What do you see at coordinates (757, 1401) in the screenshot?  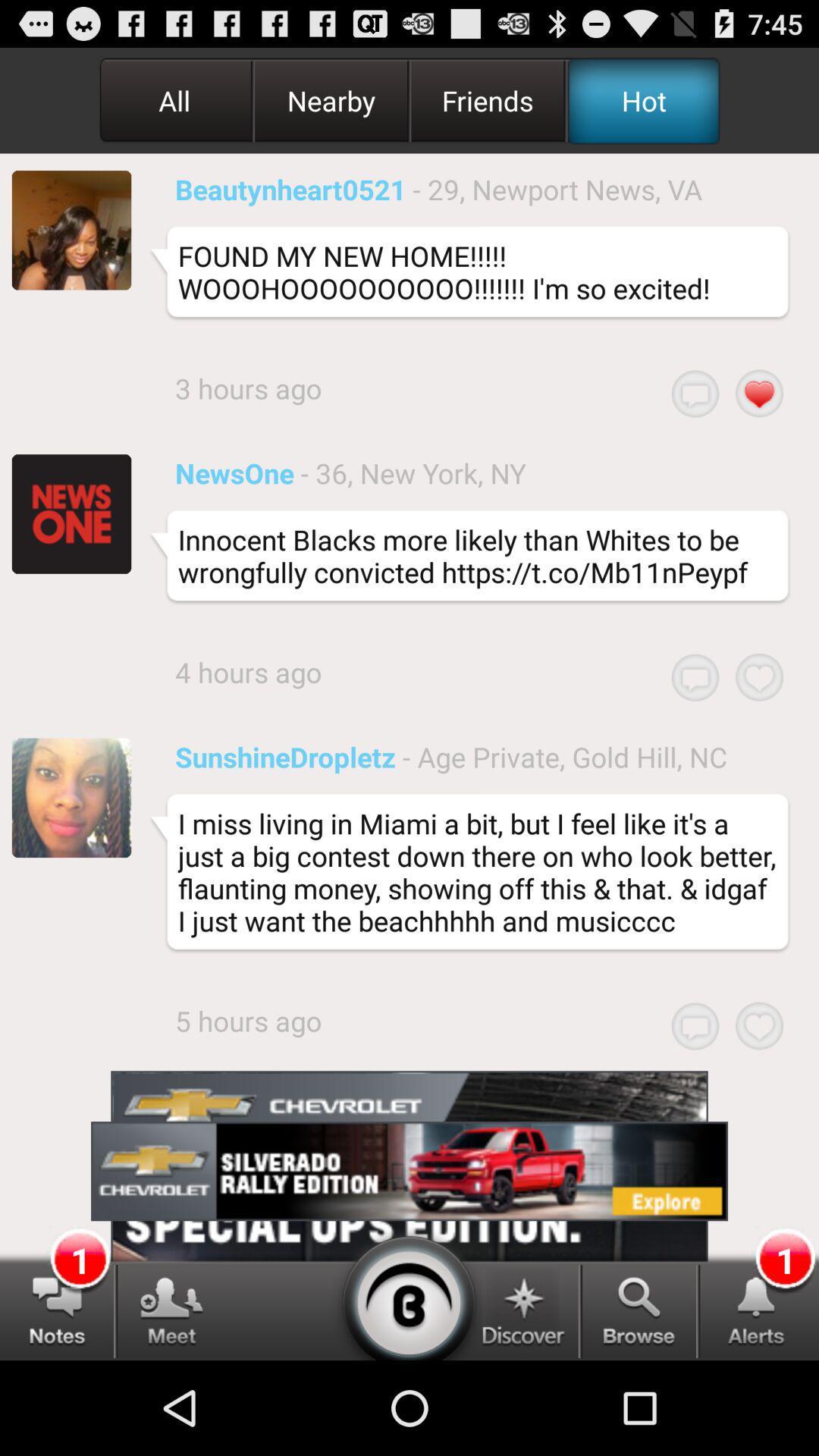 I see `the notifications icon` at bounding box center [757, 1401].